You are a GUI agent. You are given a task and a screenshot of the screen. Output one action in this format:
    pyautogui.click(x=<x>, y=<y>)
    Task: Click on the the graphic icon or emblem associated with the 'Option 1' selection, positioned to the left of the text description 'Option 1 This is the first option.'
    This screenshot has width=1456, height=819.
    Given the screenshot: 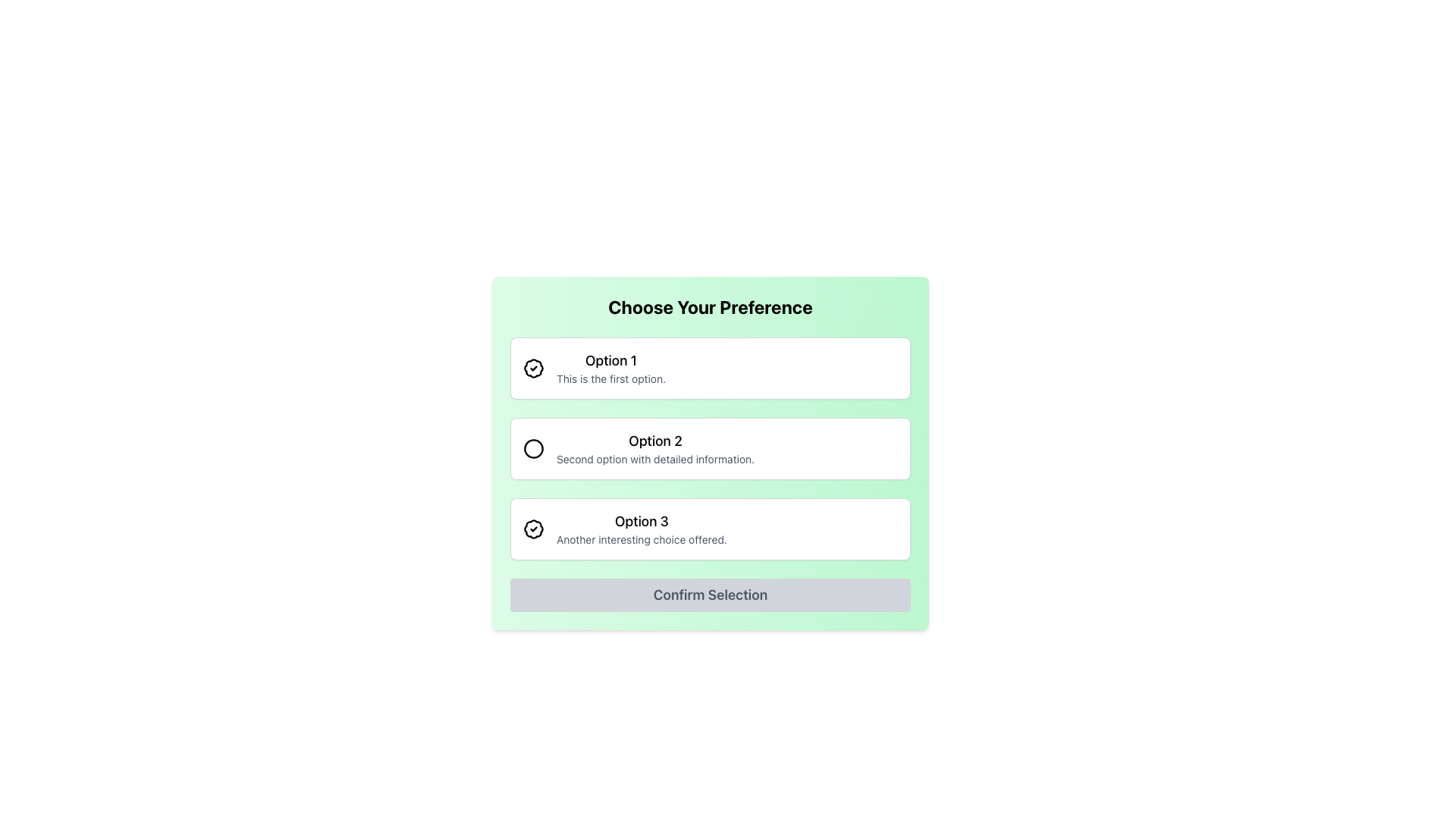 What is the action you would take?
    pyautogui.click(x=534, y=369)
    